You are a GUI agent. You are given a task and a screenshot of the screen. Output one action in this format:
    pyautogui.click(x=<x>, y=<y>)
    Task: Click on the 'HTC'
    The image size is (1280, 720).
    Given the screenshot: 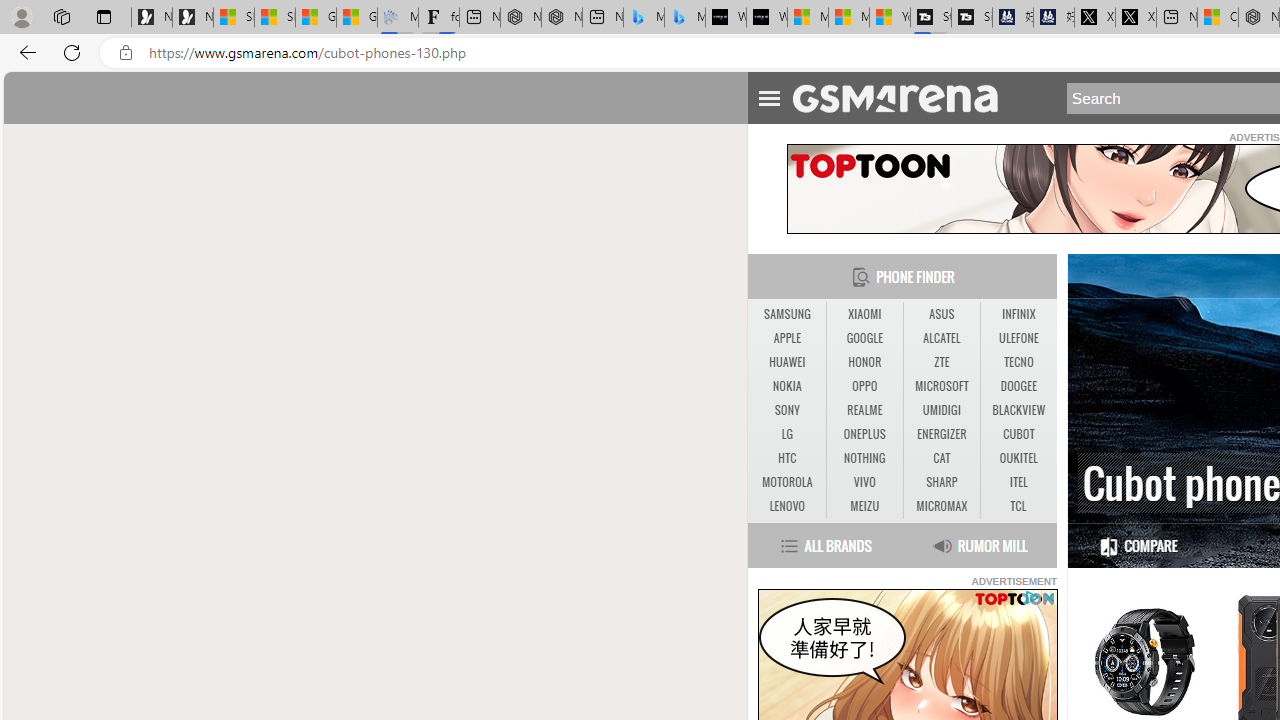 What is the action you would take?
    pyautogui.click(x=786, y=458)
    